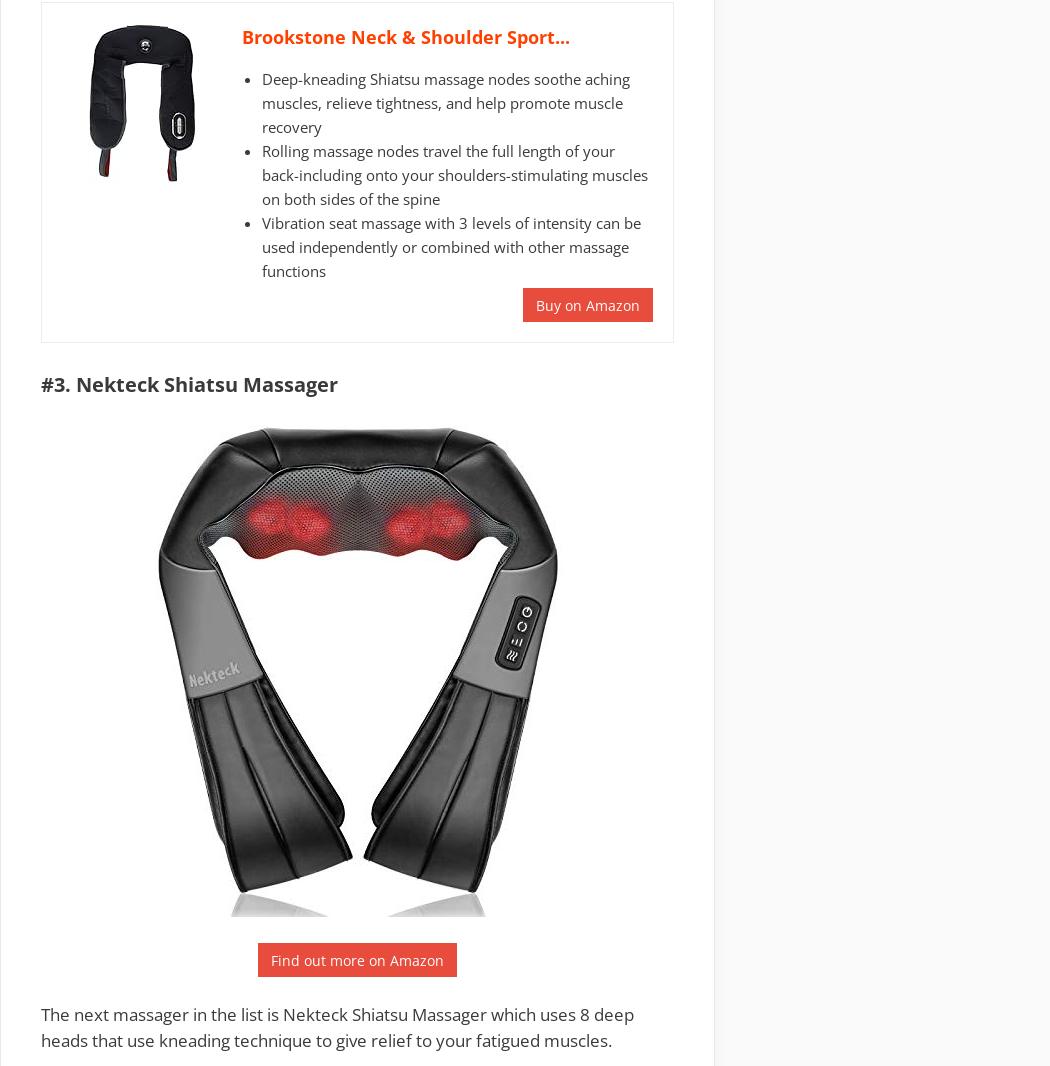  I want to click on 'The next massager in the list is', so click(162, 1014).